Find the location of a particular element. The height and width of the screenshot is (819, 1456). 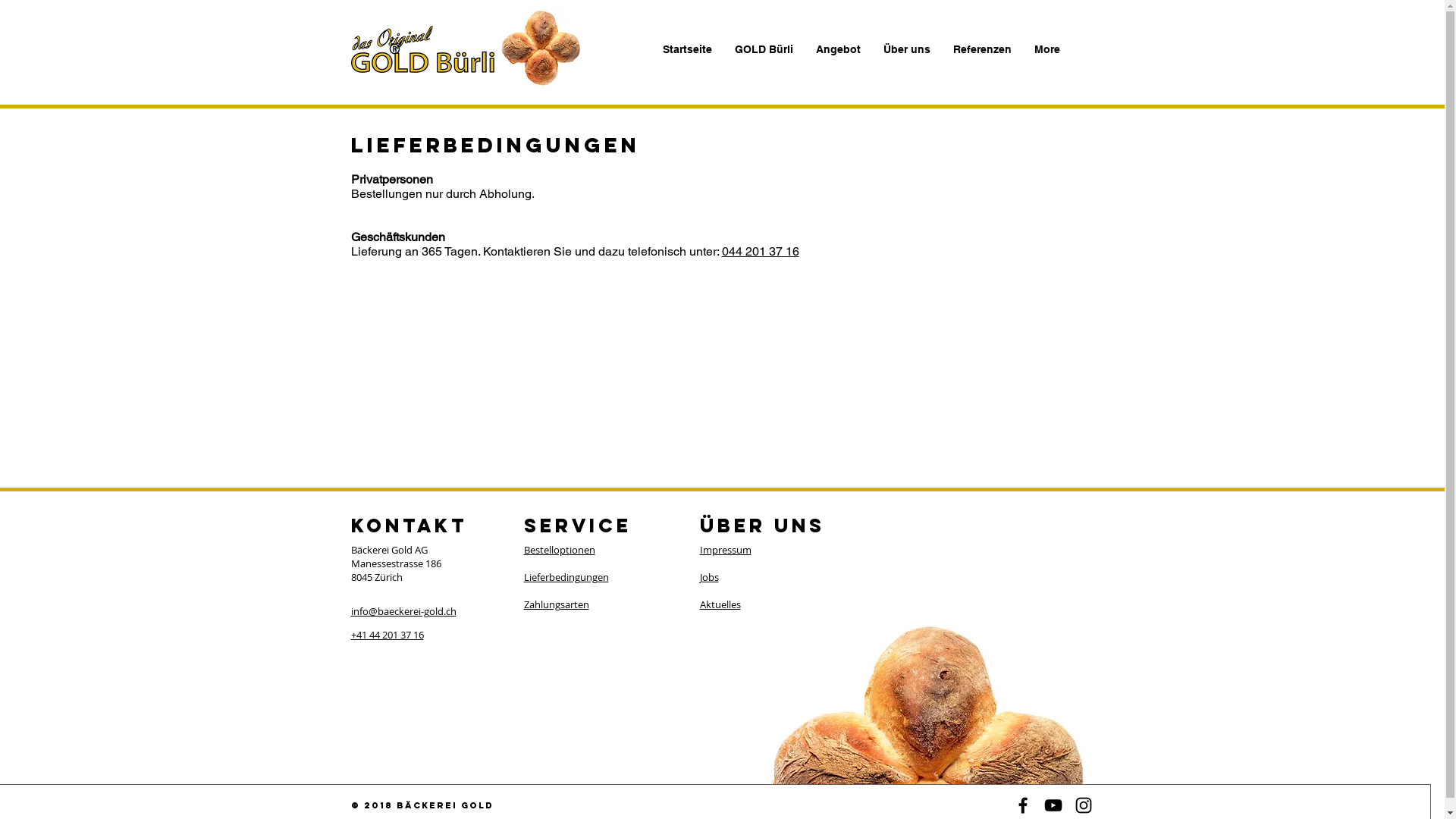

'Impressum' is located at coordinates (723, 550).